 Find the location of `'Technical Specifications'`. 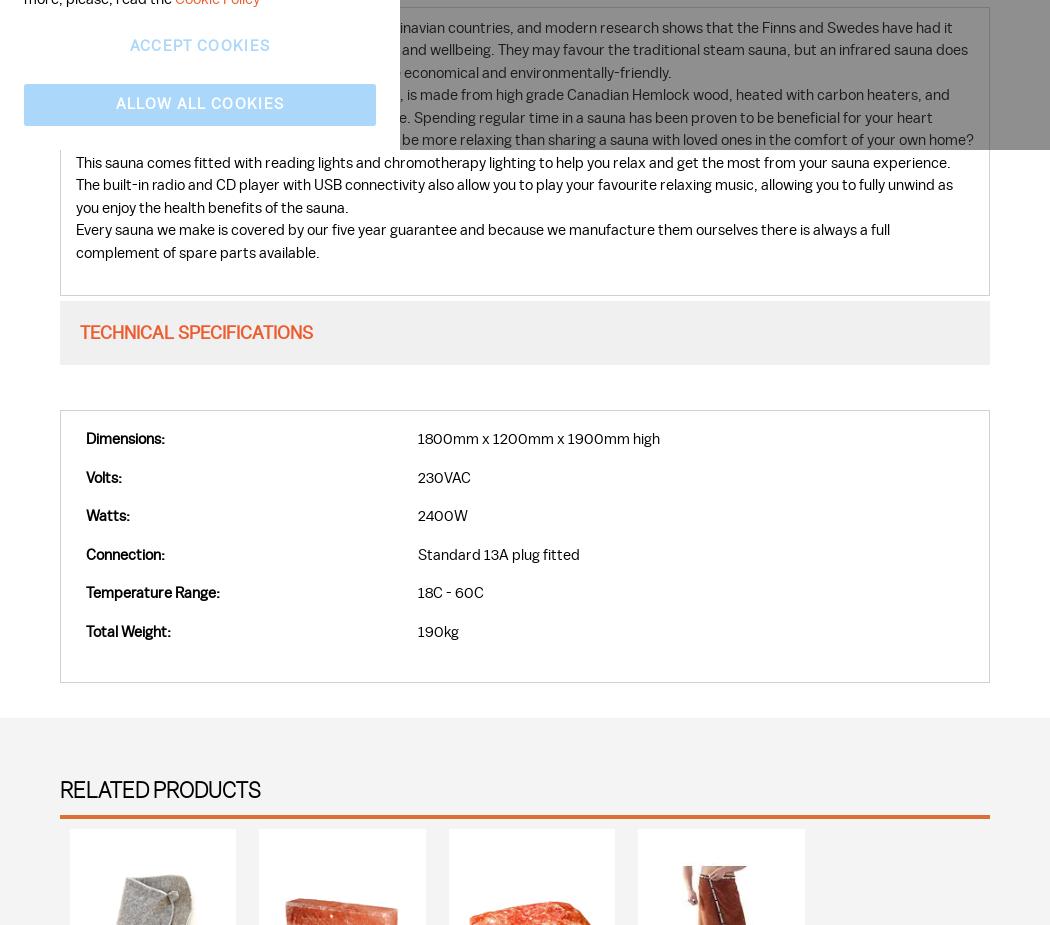

'Technical Specifications' is located at coordinates (80, 332).